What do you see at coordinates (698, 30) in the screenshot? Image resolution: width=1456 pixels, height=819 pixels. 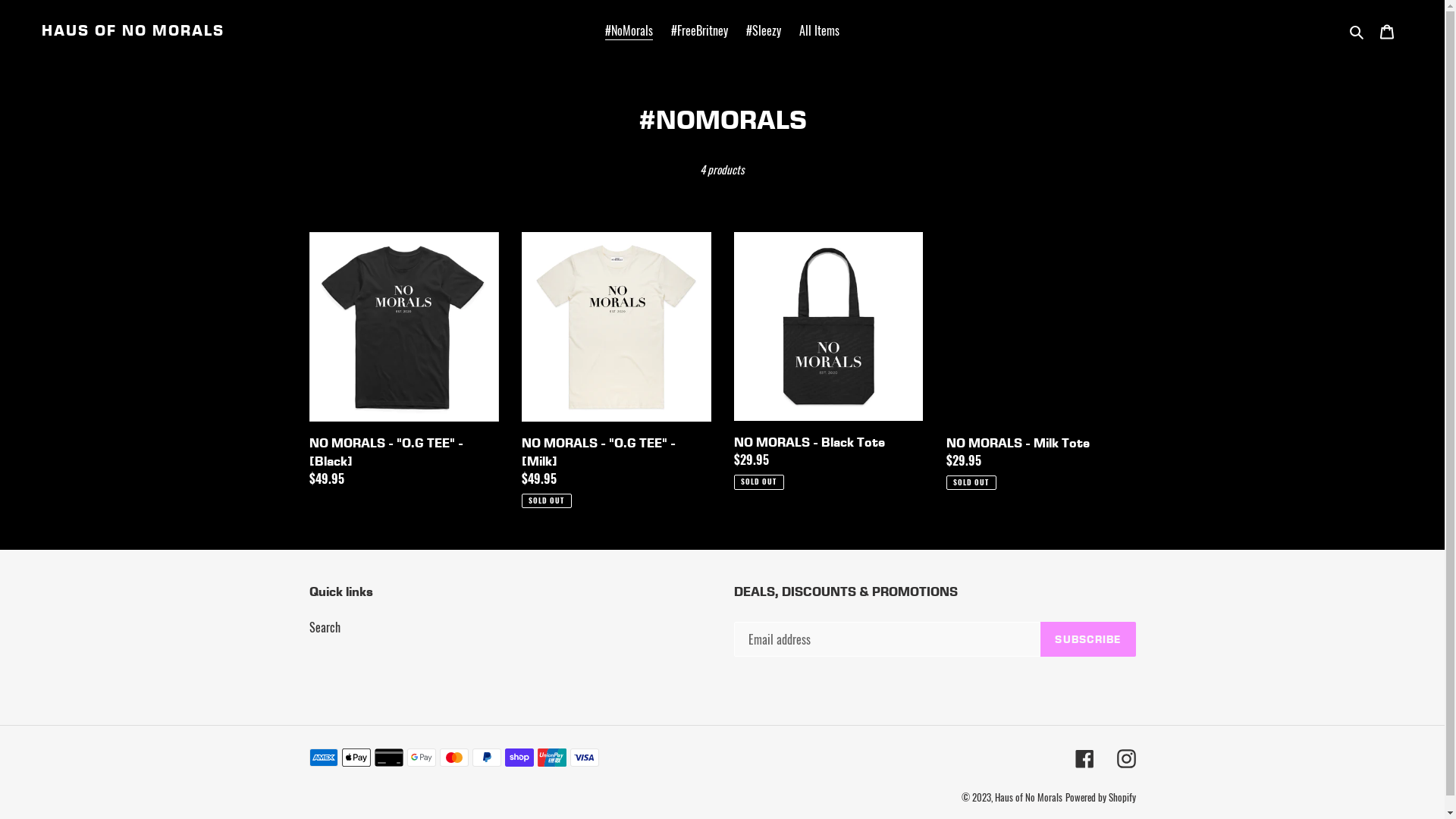 I see `'#FreeBritney'` at bounding box center [698, 30].